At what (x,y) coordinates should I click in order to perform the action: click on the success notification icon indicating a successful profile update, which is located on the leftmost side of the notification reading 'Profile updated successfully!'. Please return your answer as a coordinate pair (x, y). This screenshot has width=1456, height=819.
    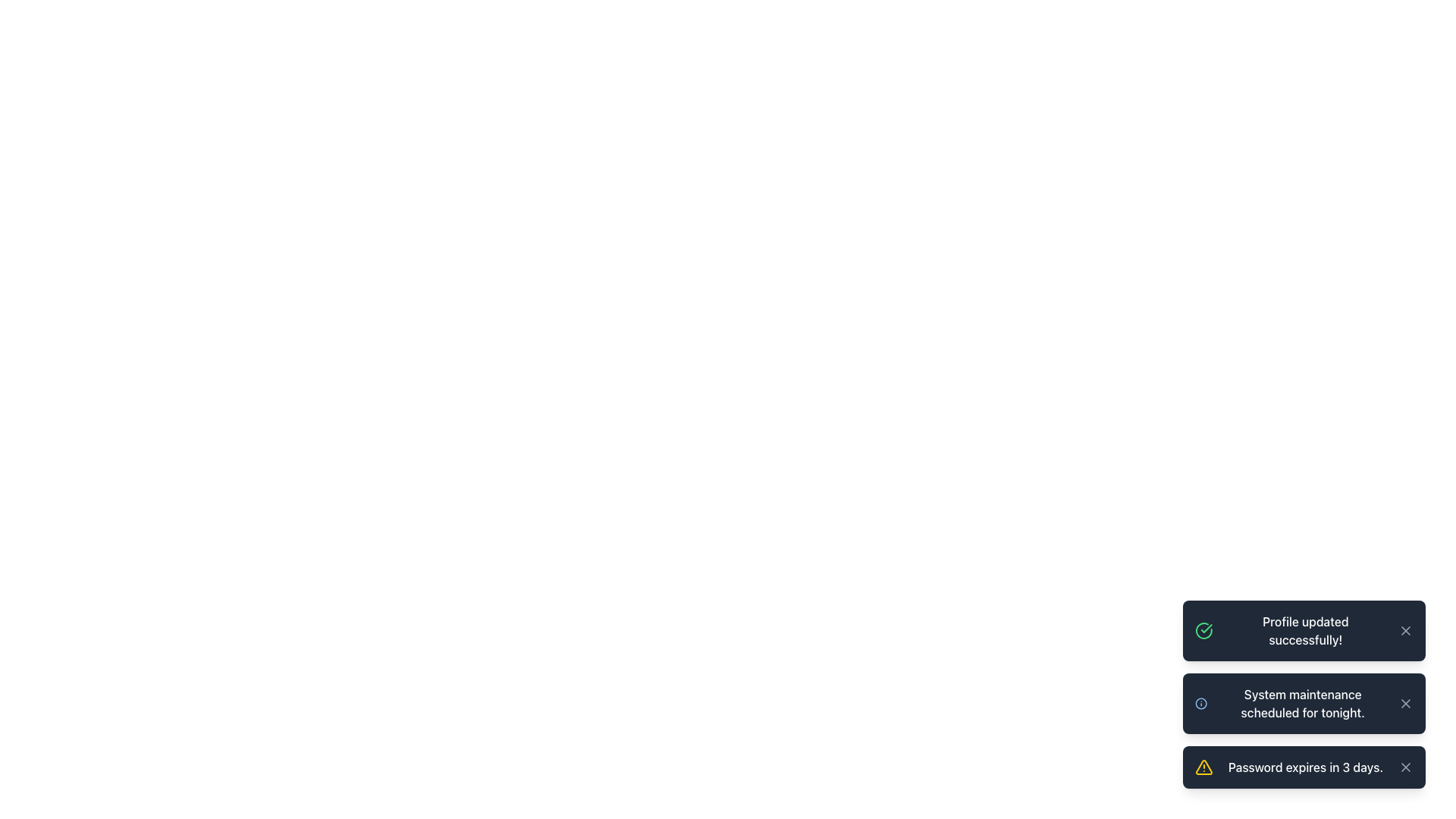
    Looking at the image, I should click on (1203, 631).